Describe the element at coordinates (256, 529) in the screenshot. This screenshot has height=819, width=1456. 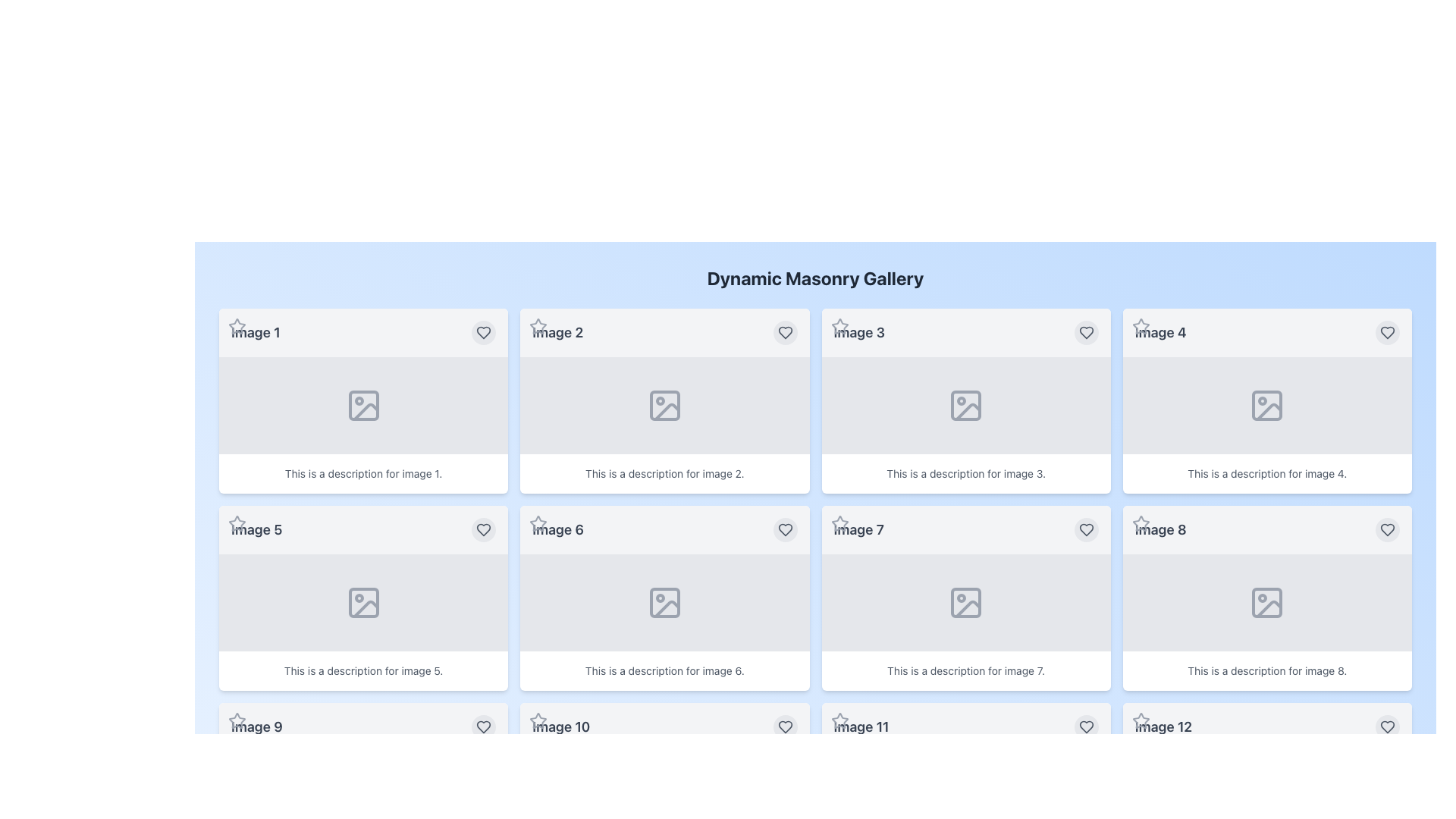
I see `the static label displaying 'Image 5' which is positioned in the second row and first column of the grid layout, adjacent to a graphical star icon` at that location.